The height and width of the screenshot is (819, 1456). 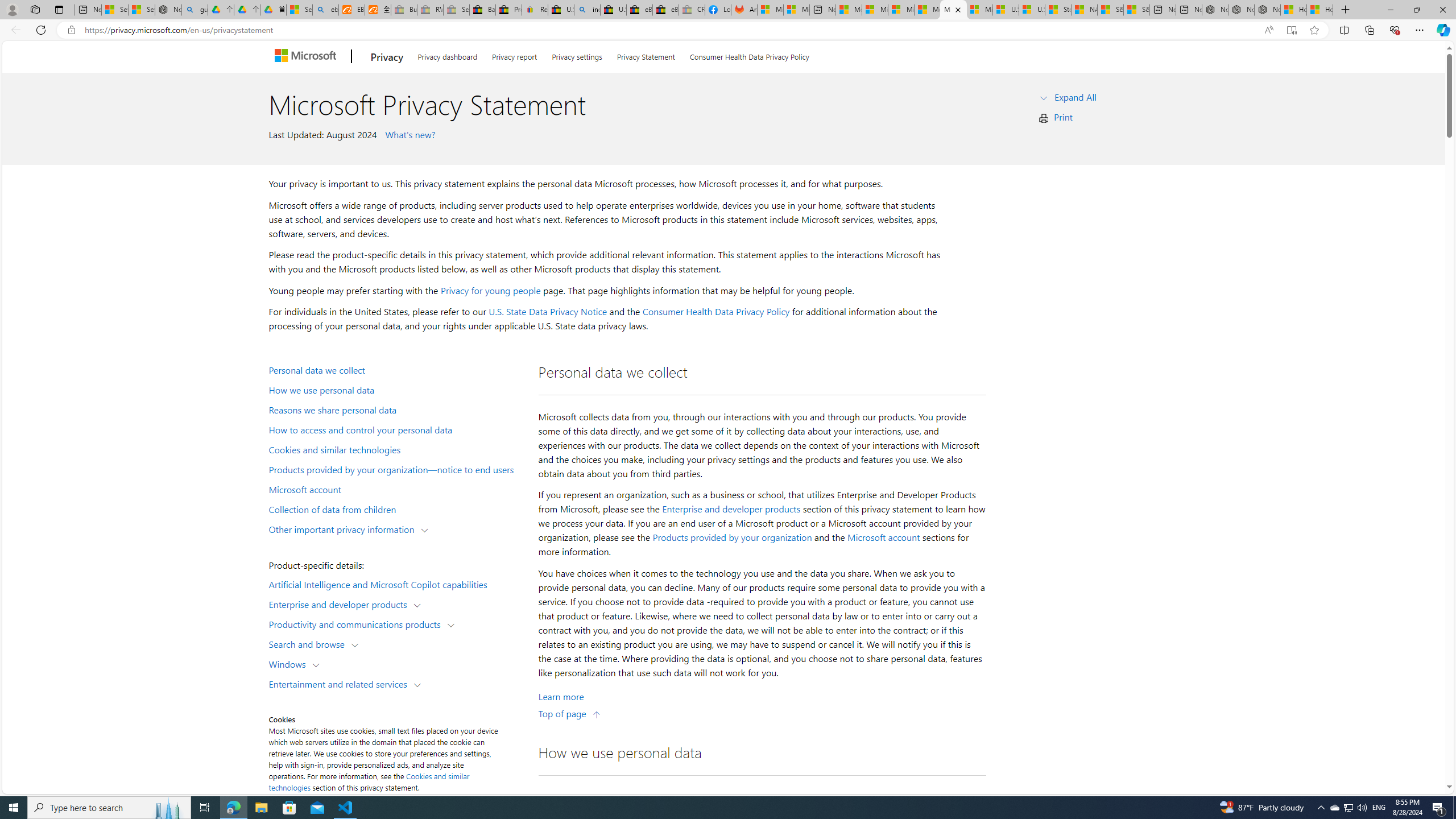 What do you see at coordinates (534, 9) in the screenshot?
I see `'Register: Create a personal eBay account'` at bounding box center [534, 9].